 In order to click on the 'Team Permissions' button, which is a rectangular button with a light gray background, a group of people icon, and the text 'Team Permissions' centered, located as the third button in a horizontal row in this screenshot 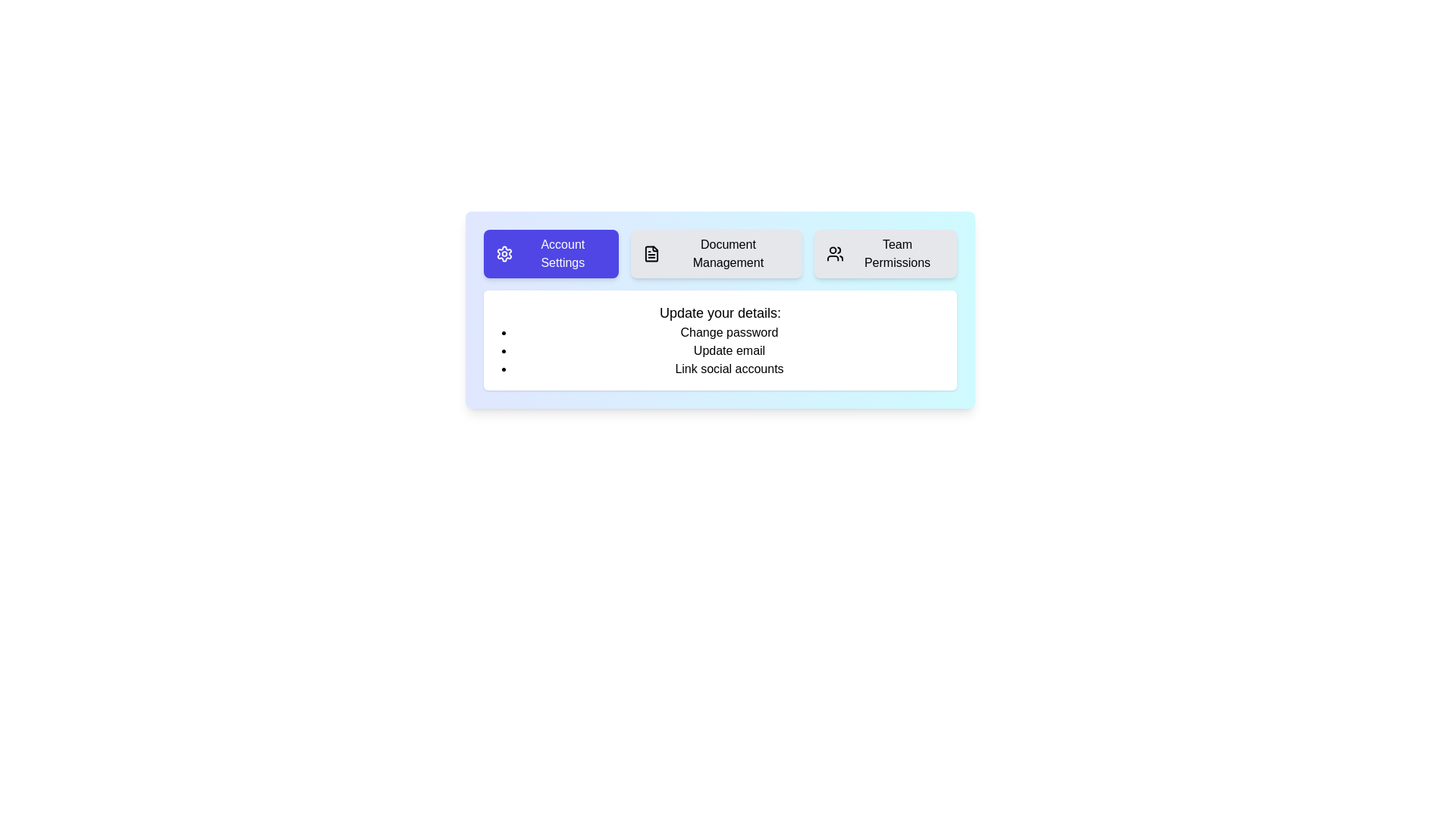, I will do `click(886, 253)`.